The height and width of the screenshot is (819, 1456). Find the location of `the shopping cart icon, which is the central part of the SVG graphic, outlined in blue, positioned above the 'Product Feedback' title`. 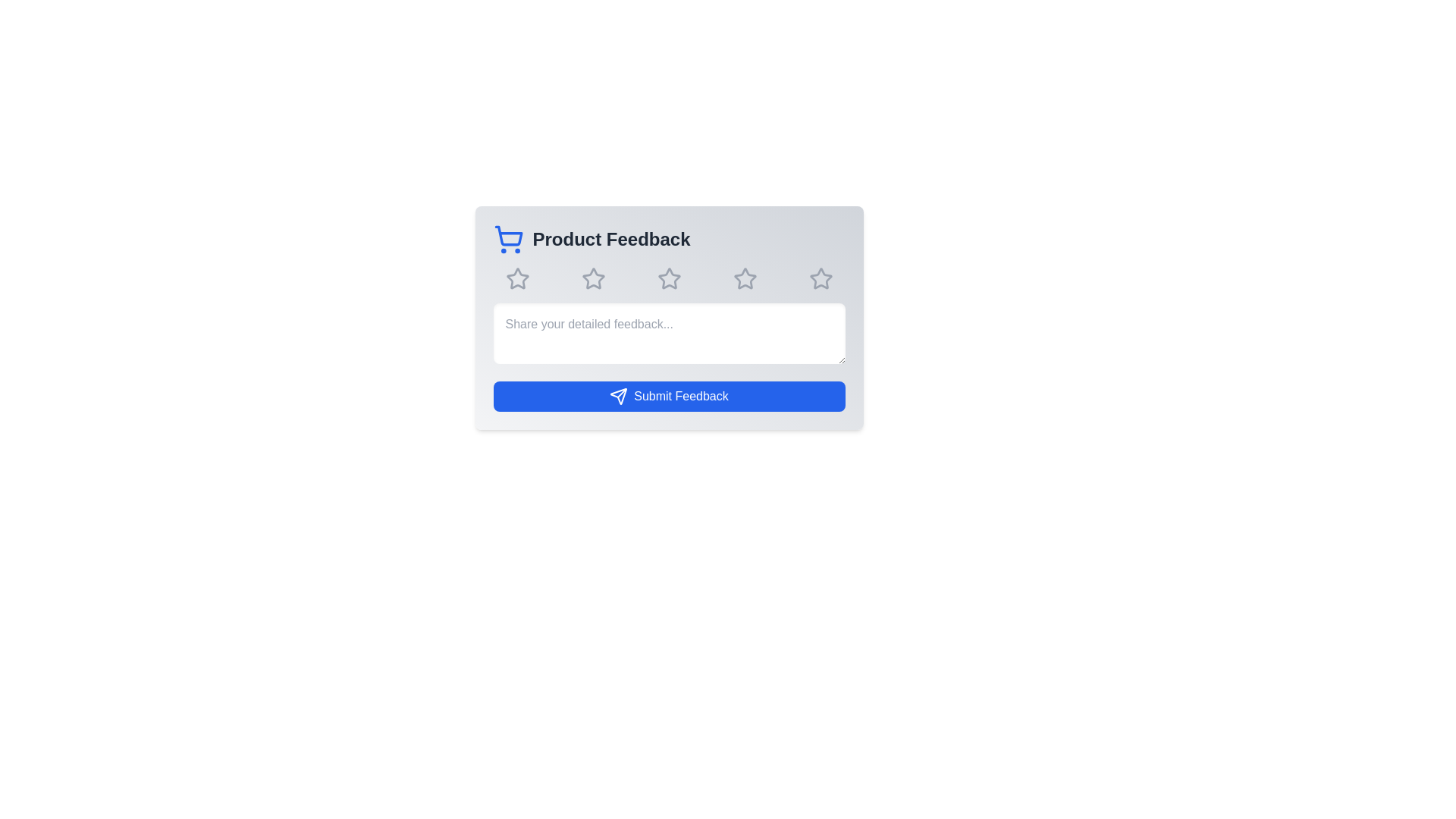

the shopping cart icon, which is the central part of the SVG graphic, outlined in blue, positioned above the 'Product Feedback' title is located at coordinates (508, 236).